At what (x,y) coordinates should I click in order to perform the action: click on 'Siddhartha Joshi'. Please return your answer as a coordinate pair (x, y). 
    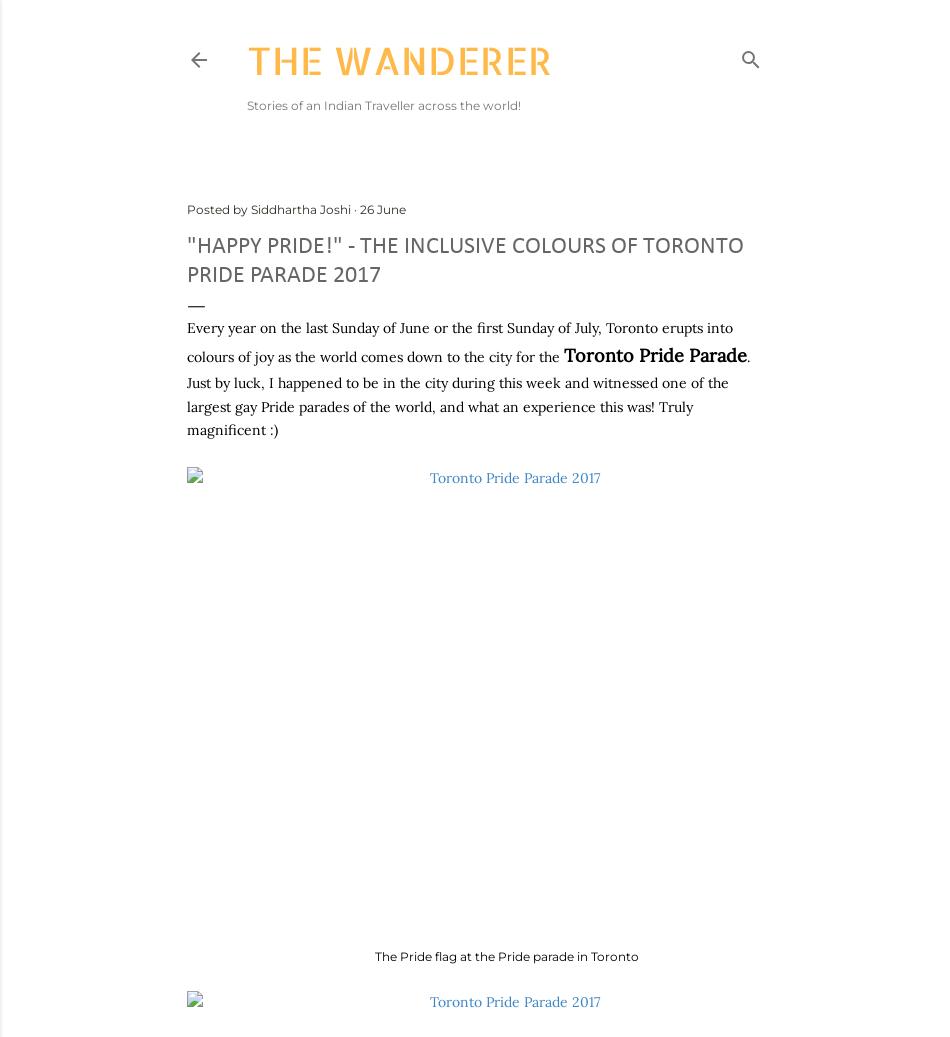
    Looking at the image, I should click on (299, 208).